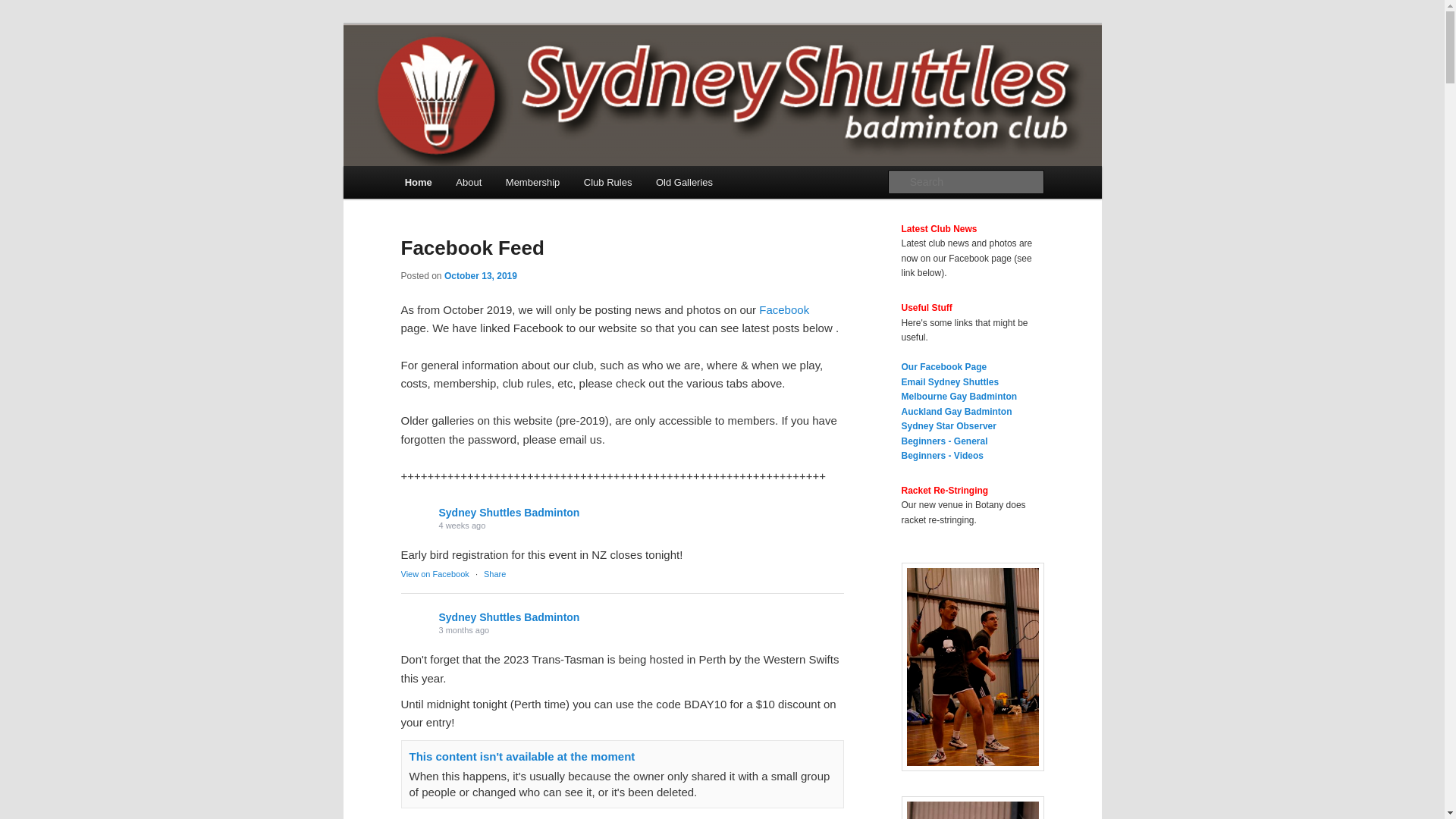 Image resolution: width=1456 pixels, height=819 pixels. I want to click on 'Sydney Shuttles Badminton', so click(509, 617).